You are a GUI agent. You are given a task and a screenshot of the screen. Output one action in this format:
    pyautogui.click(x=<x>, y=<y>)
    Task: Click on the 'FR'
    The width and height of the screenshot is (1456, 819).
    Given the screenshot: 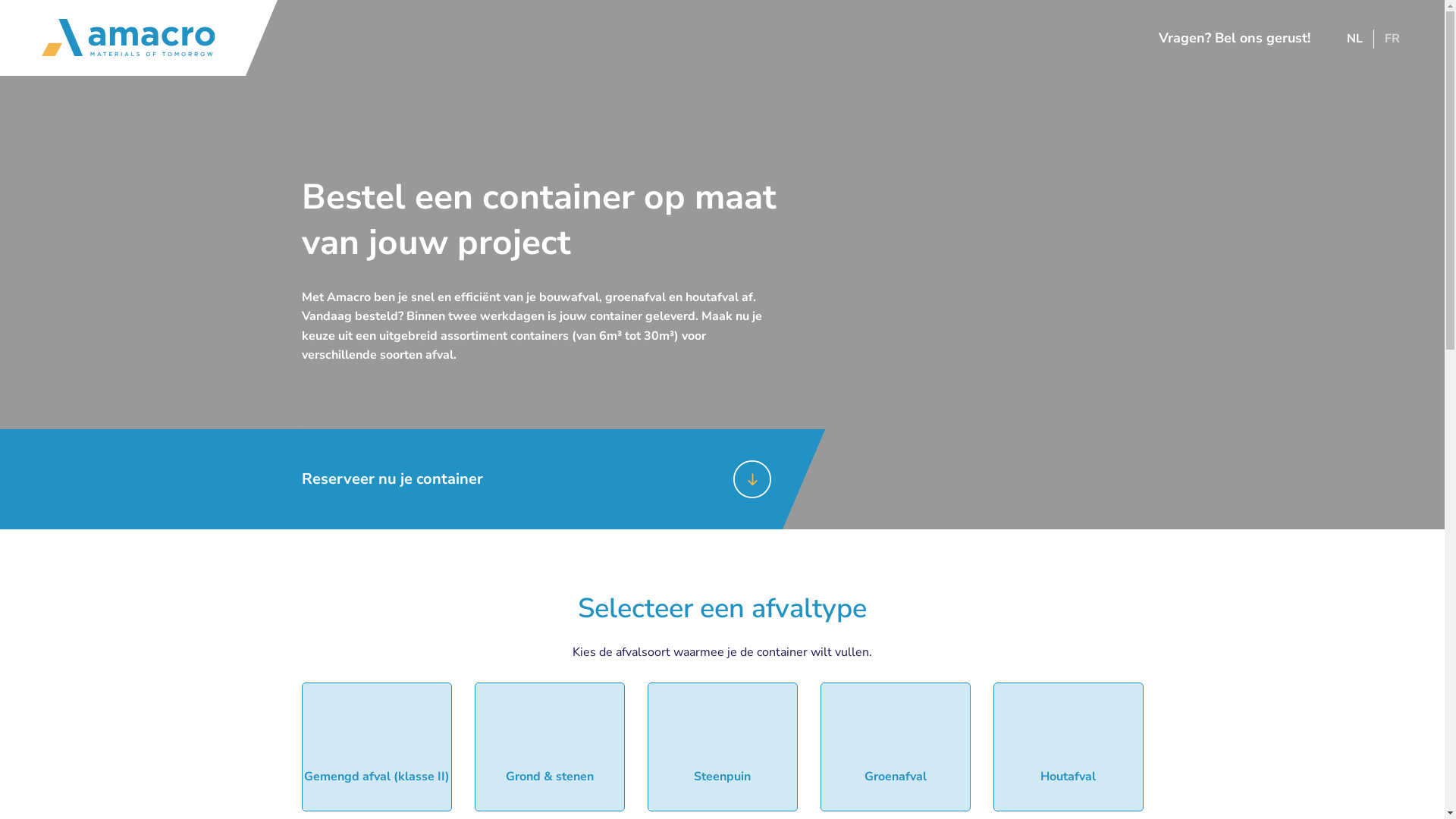 What is the action you would take?
    pyautogui.click(x=1392, y=37)
    